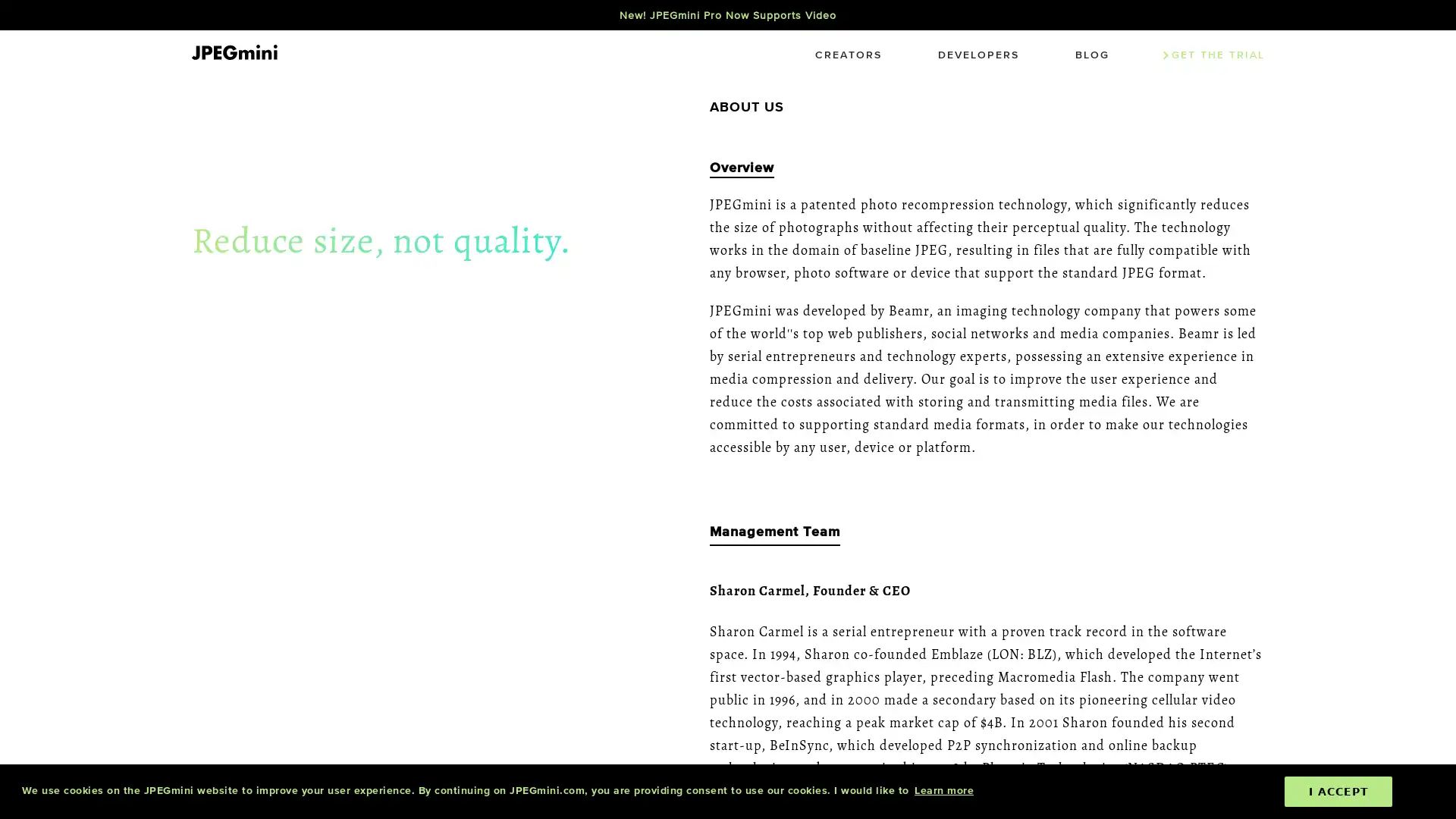 Image resolution: width=1456 pixels, height=819 pixels. Describe the element at coordinates (943, 790) in the screenshot. I see `learn more about cookies` at that location.